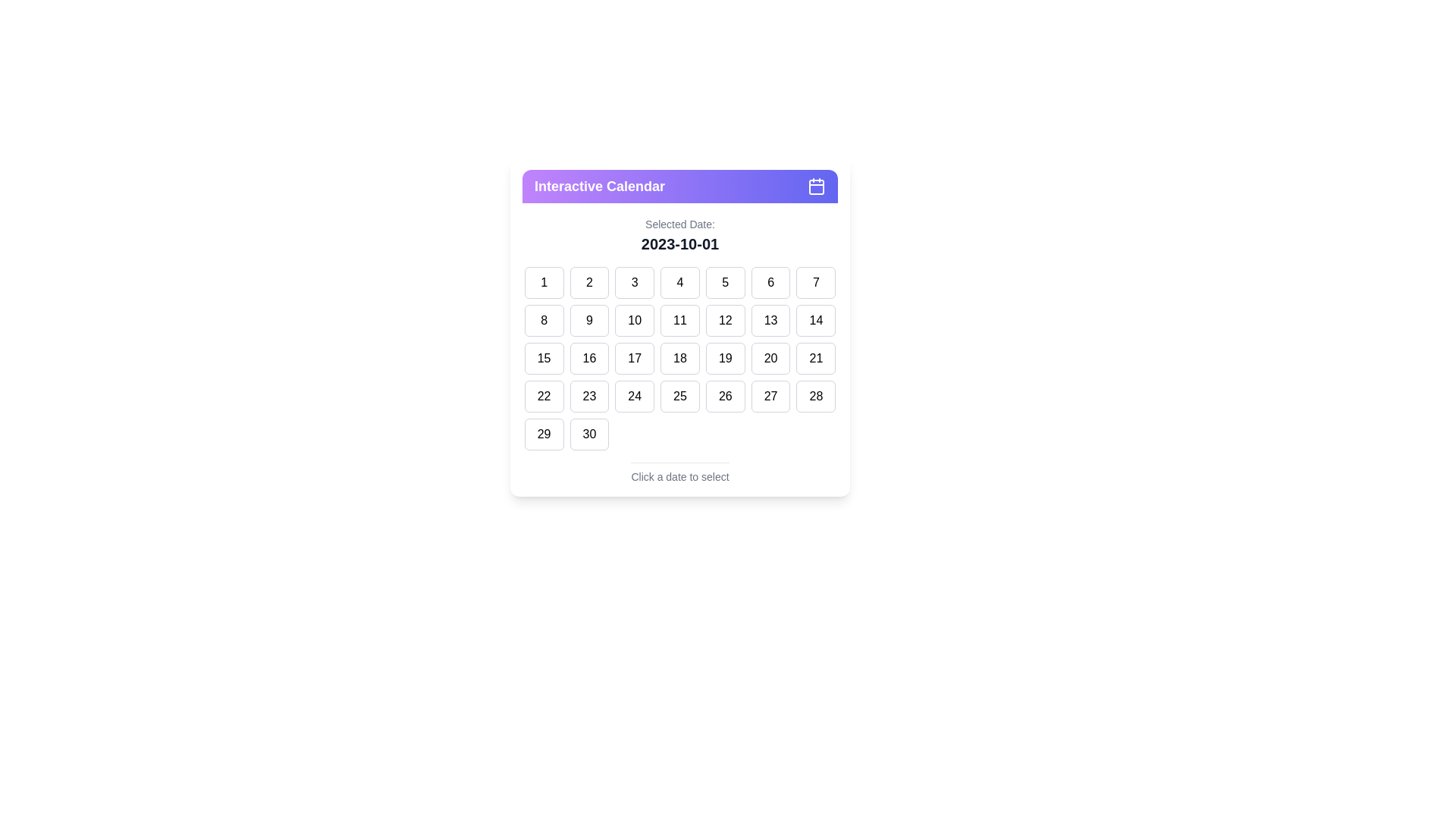 This screenshot has height=819, width=1456. What do you see at coordinates (635, 283) in the screenshot?
I see `the button representing the third day of the displayed calendar month` at bounding box center [635, 283].